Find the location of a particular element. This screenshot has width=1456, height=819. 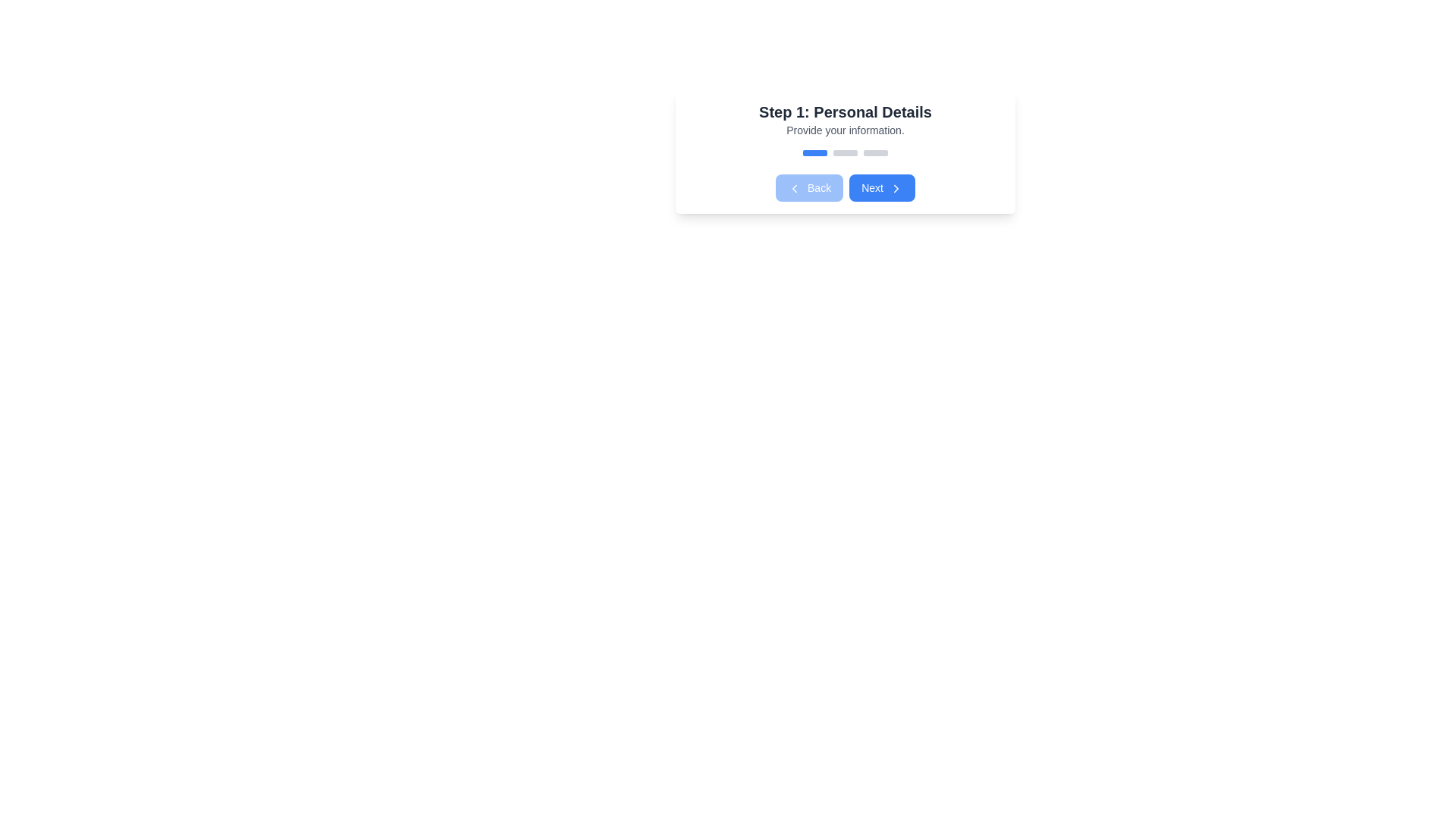

the arrow icon indicating forward navigation, which is located on the right side of the 'Next' button is located at coordinates (896, 188).